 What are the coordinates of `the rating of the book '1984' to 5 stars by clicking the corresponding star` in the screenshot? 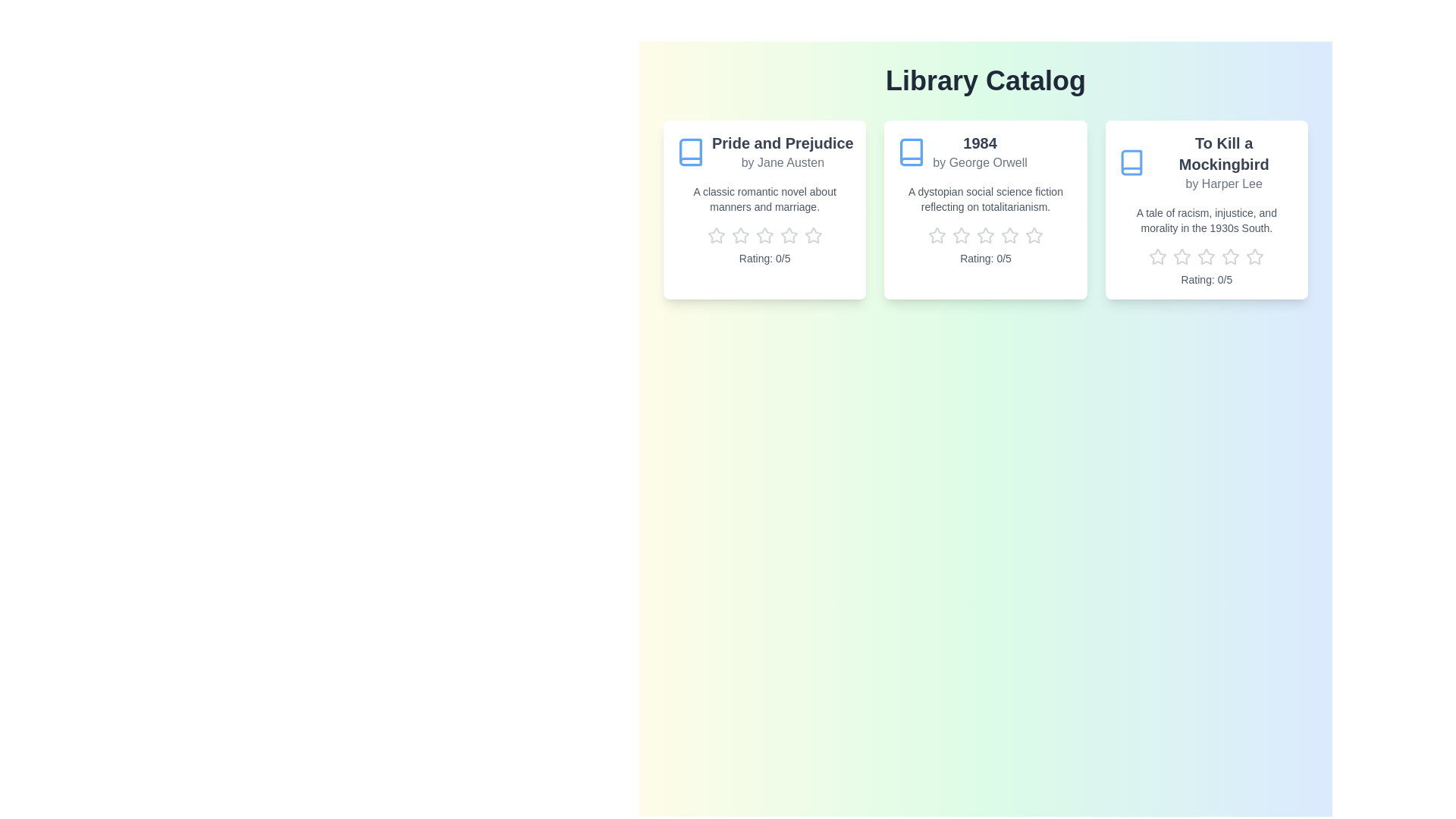 It's located at (1033, 236).